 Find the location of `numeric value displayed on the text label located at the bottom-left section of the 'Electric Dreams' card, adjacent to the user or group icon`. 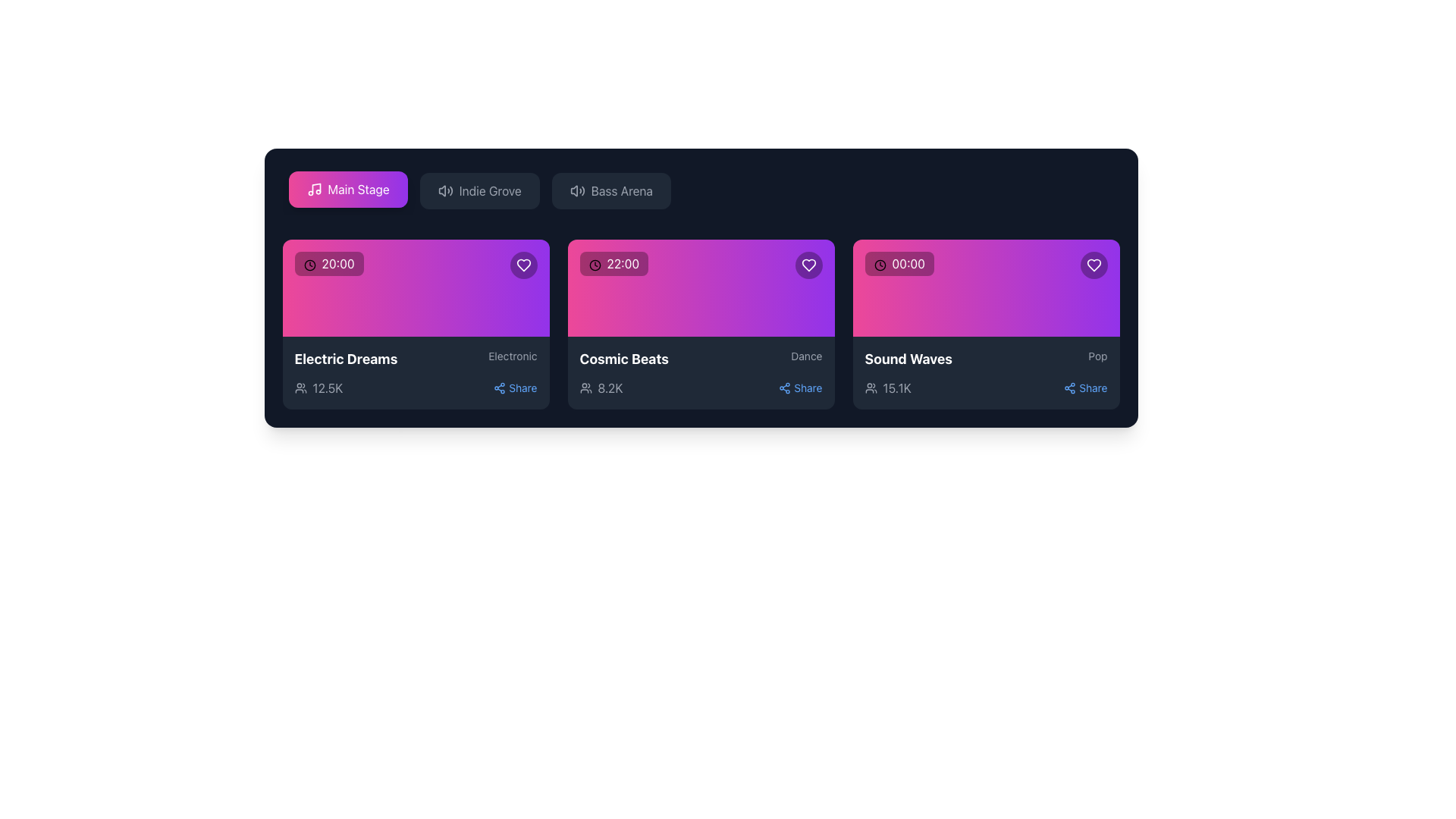

numeric value displayed on the text label located at the bottom-left section of the 'Electric Dreams' card, adjacent to the user or group icon is located at coordinates (327, 388).